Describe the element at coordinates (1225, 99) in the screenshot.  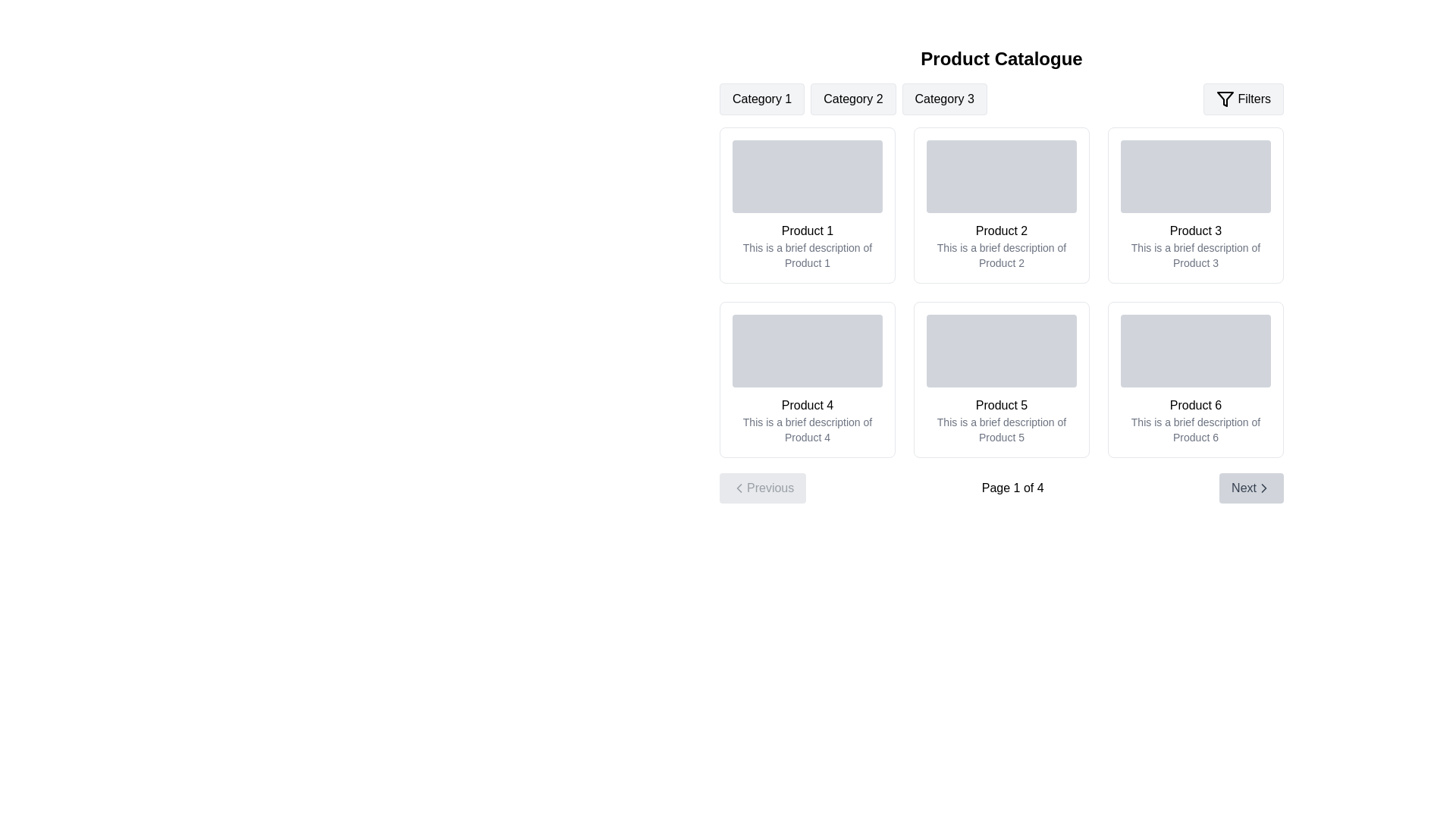
I see `the SVG graphical element that represents the filter functionality located in the top-right corner of the layout` at that location.